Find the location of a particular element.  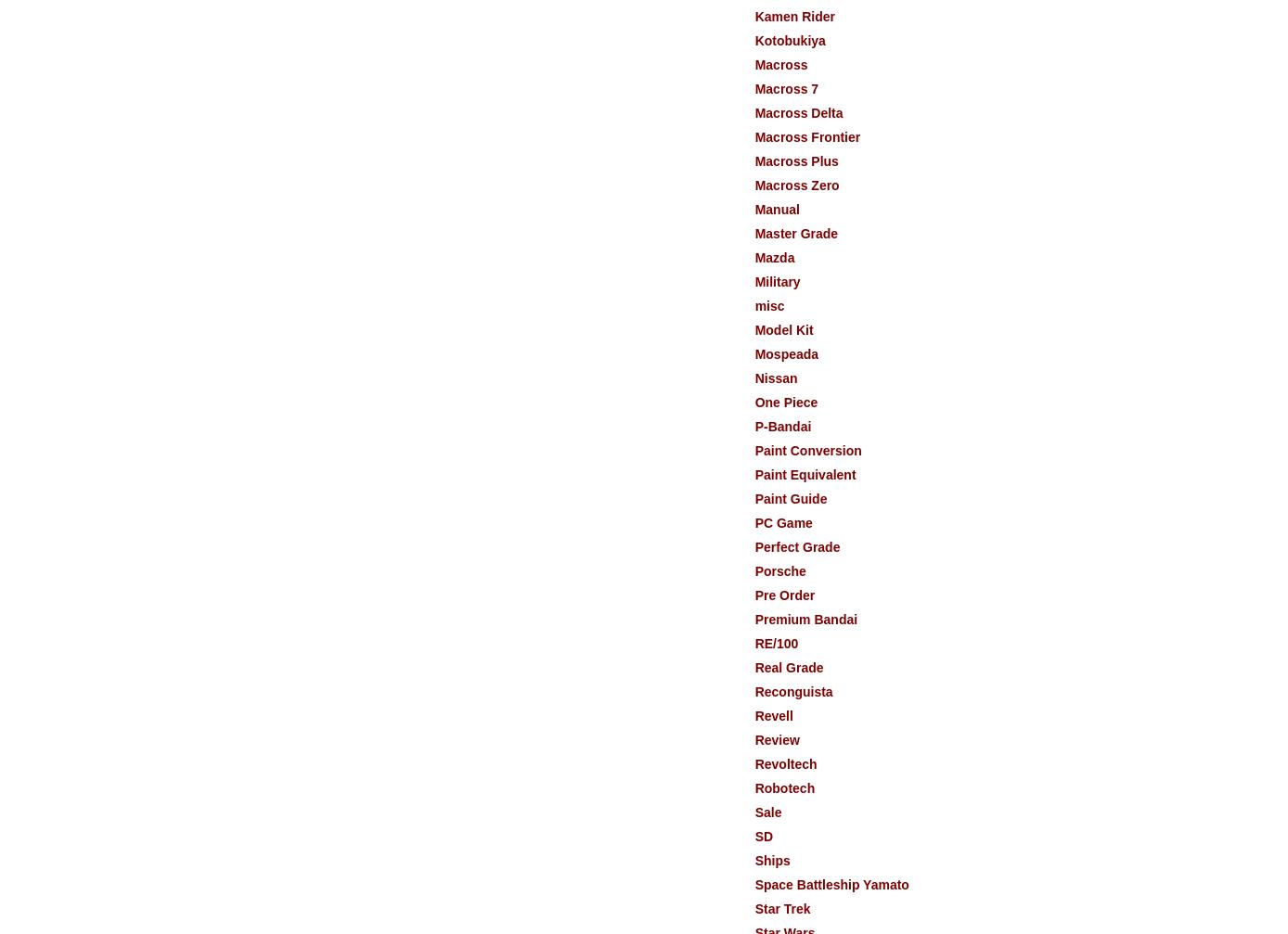

'Pre Order' is located at coordinates (784, 594).